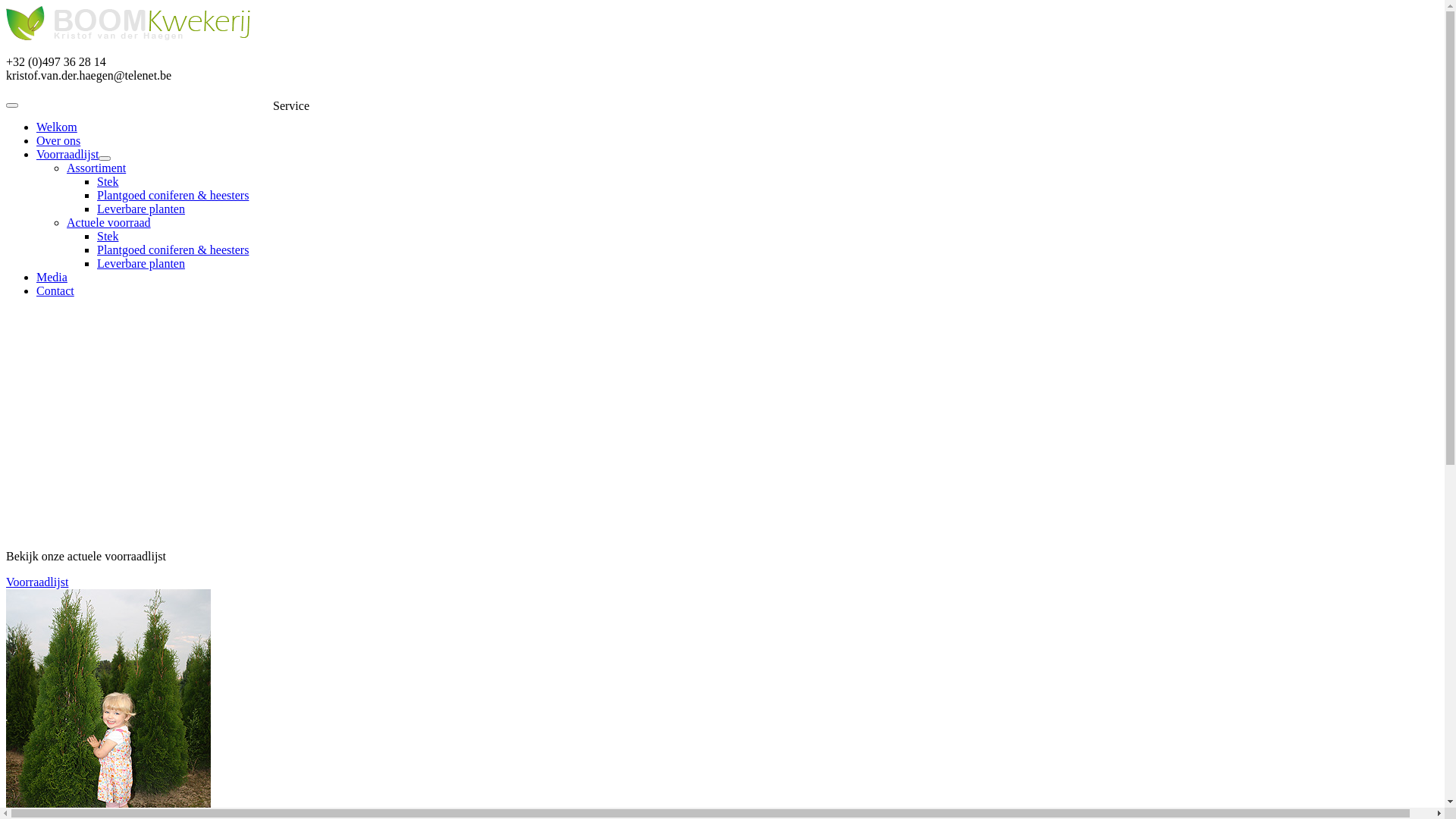 The width and height of the screenshot is (1456, 819). Describe the element at coordinates (95, 168) in the screenshot. I see `'Assortiment'` at that location.